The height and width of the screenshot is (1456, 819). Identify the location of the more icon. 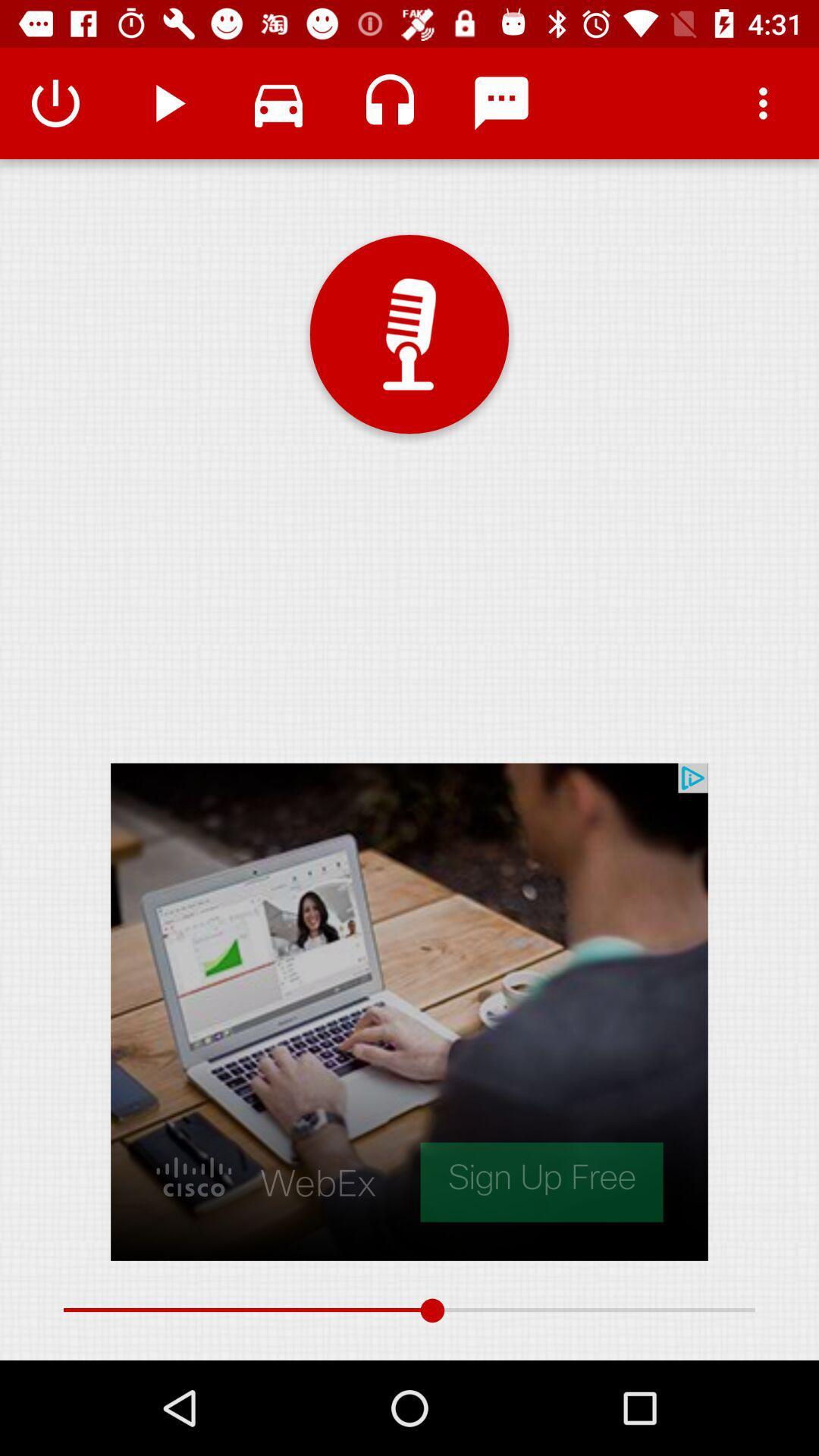
(763, 102).